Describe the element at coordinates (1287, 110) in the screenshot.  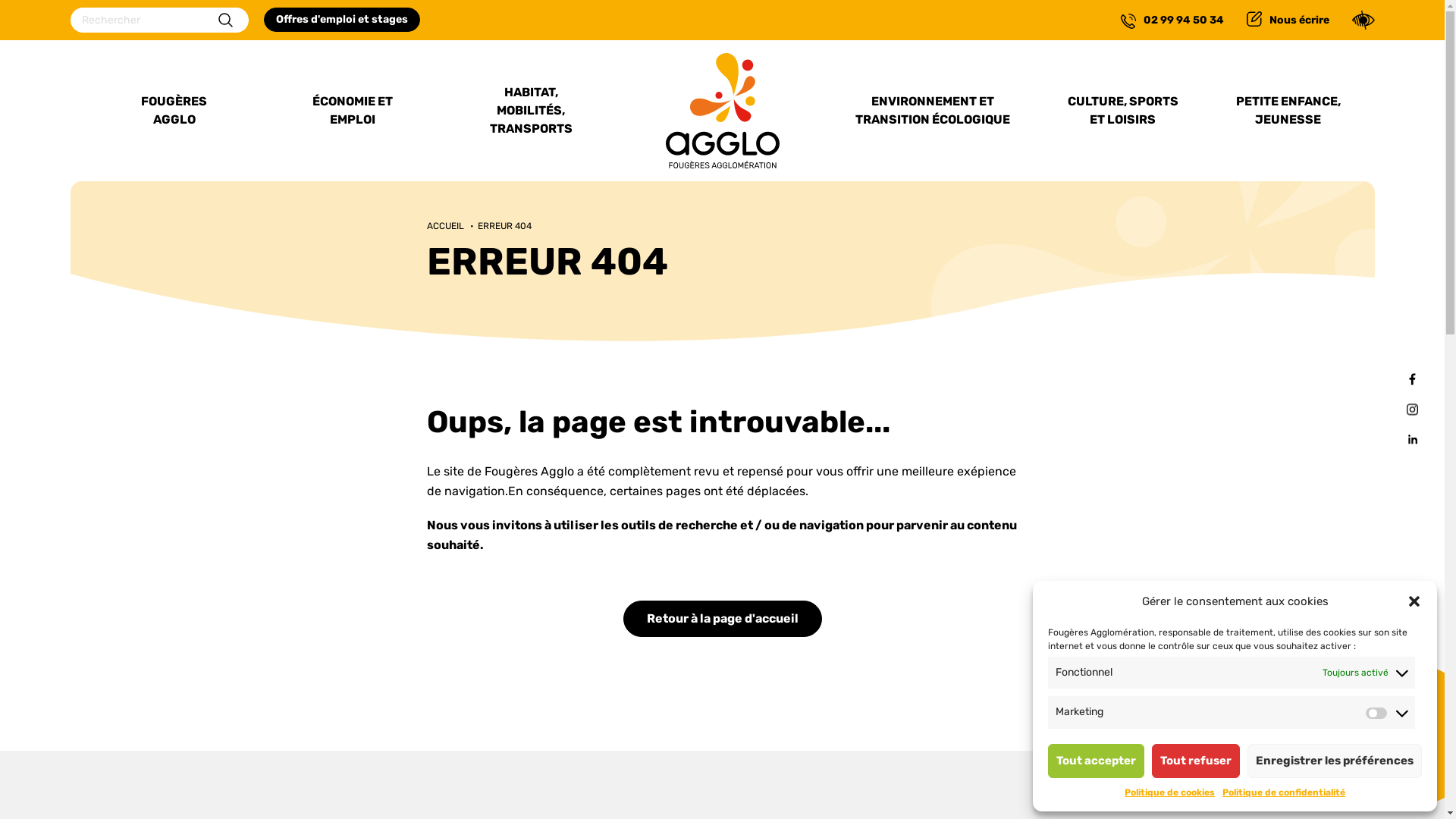
I see `'PETITE ENFANCE, JEUNESSE'` at that location.